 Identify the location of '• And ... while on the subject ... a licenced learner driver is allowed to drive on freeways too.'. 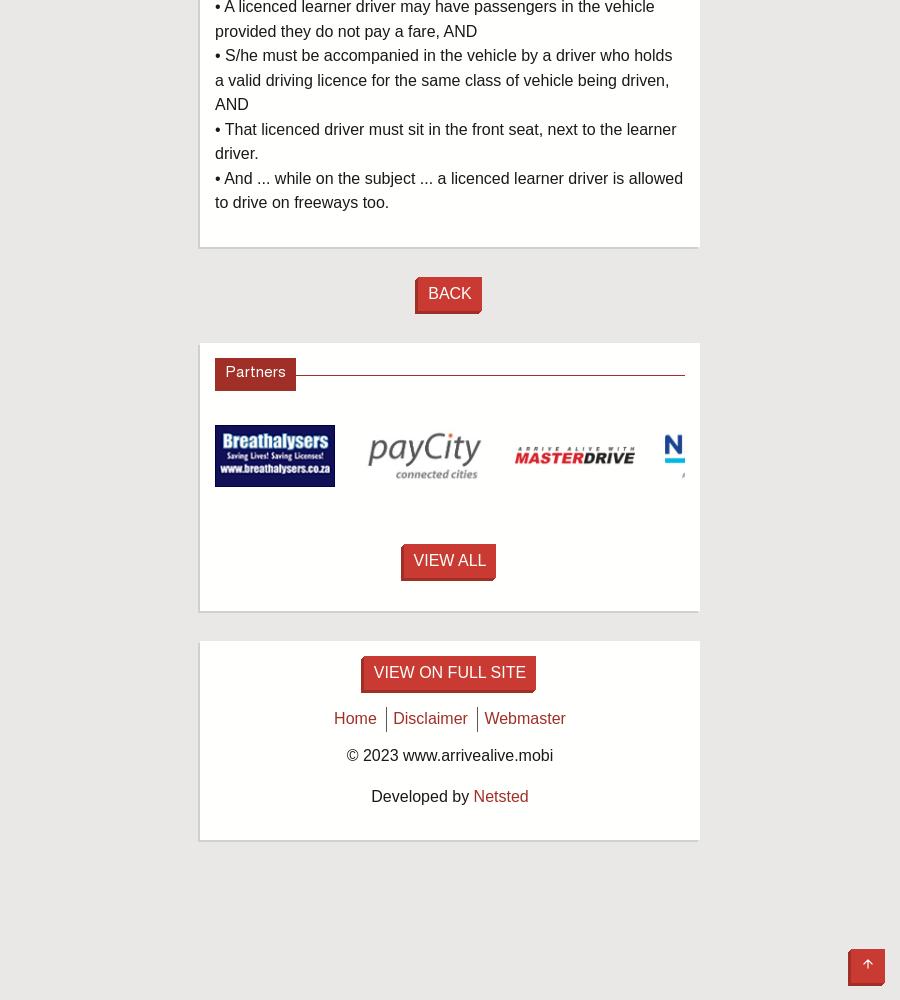
(449, 189).